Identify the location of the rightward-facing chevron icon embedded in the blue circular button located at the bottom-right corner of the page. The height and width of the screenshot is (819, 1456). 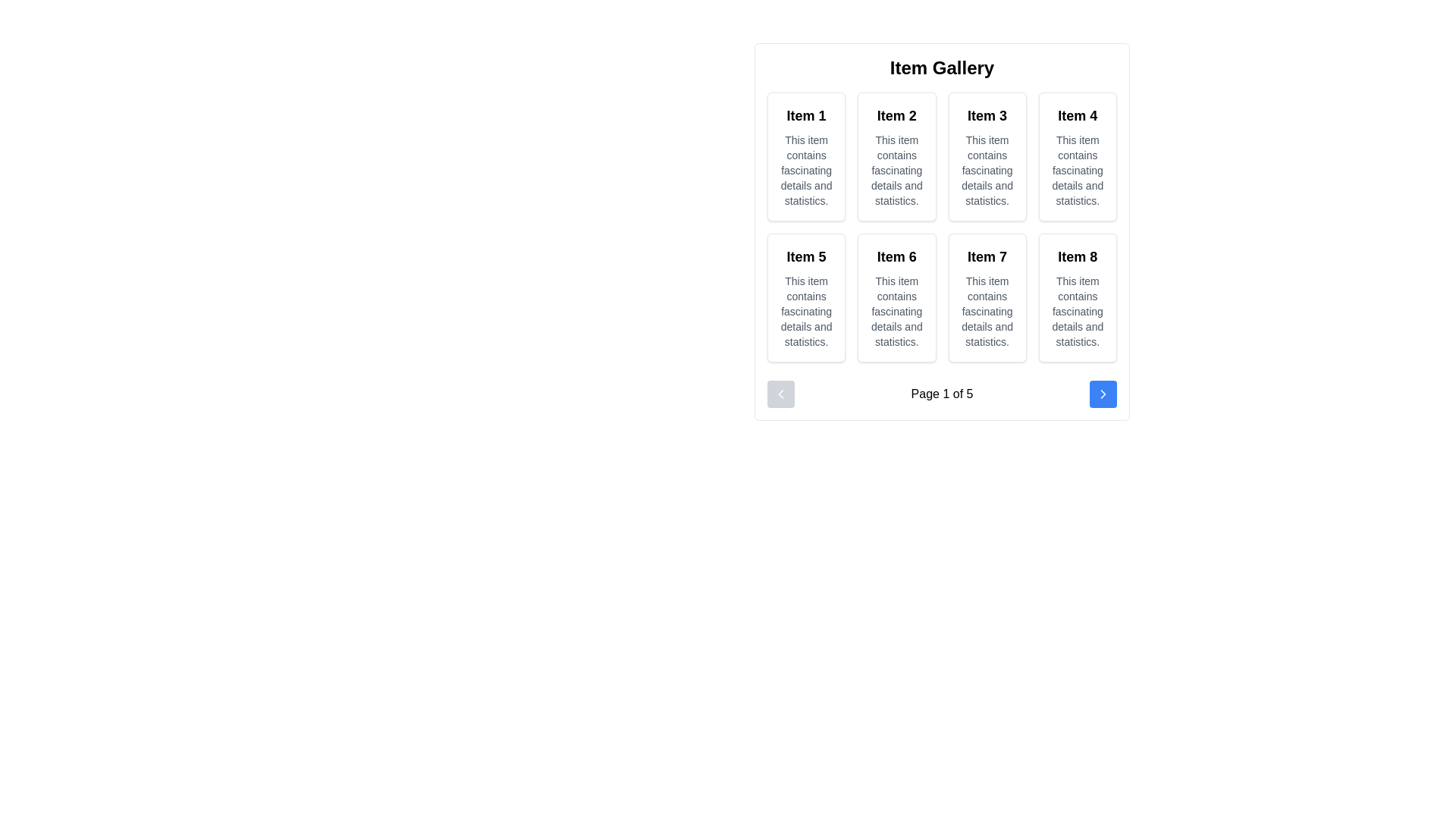
(1103, 394).